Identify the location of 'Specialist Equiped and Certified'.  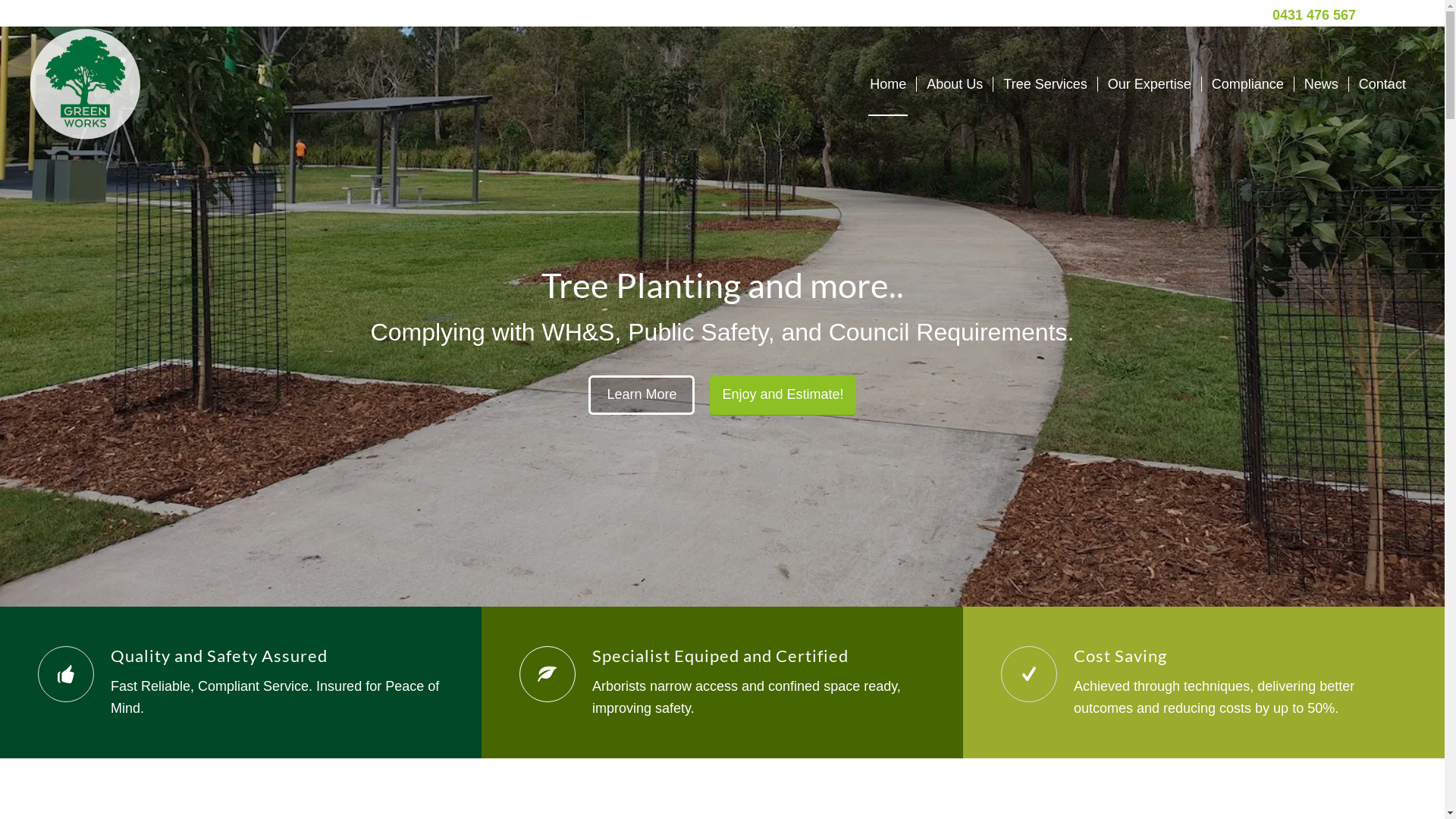
(720, 654).